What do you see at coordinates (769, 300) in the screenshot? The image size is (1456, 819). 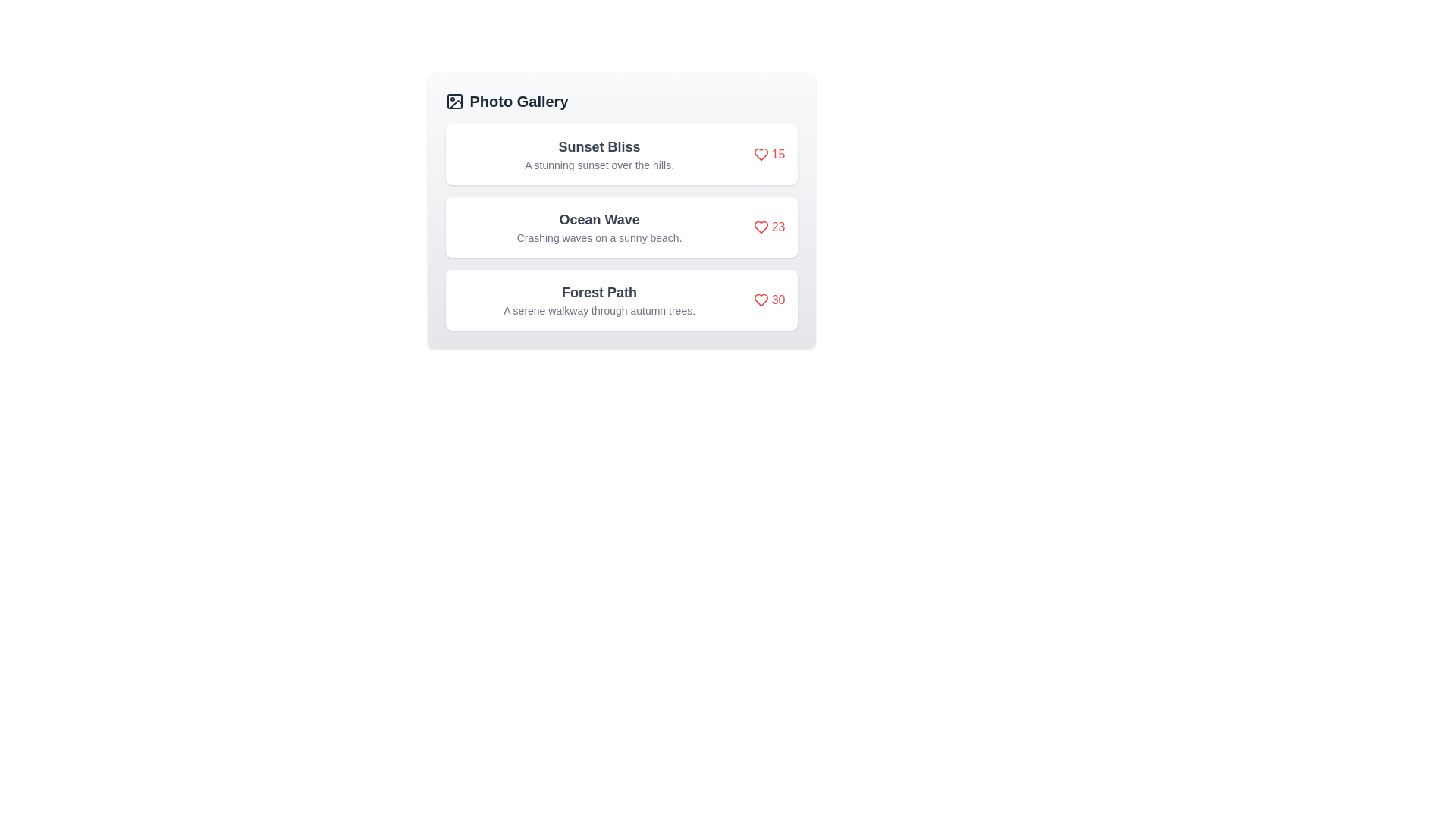 I see `the like button for Forest Path` at bounding box center [769, 300].